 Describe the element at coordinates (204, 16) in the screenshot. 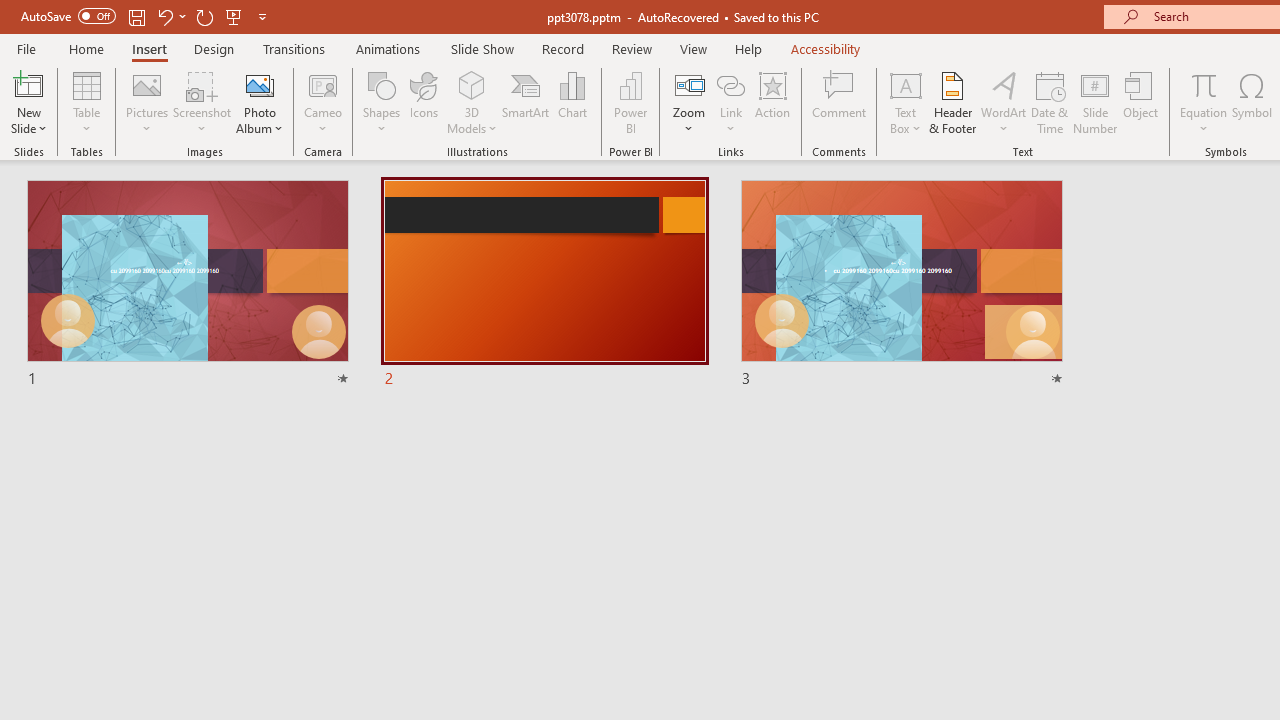

I see `'Redo'` at that location.